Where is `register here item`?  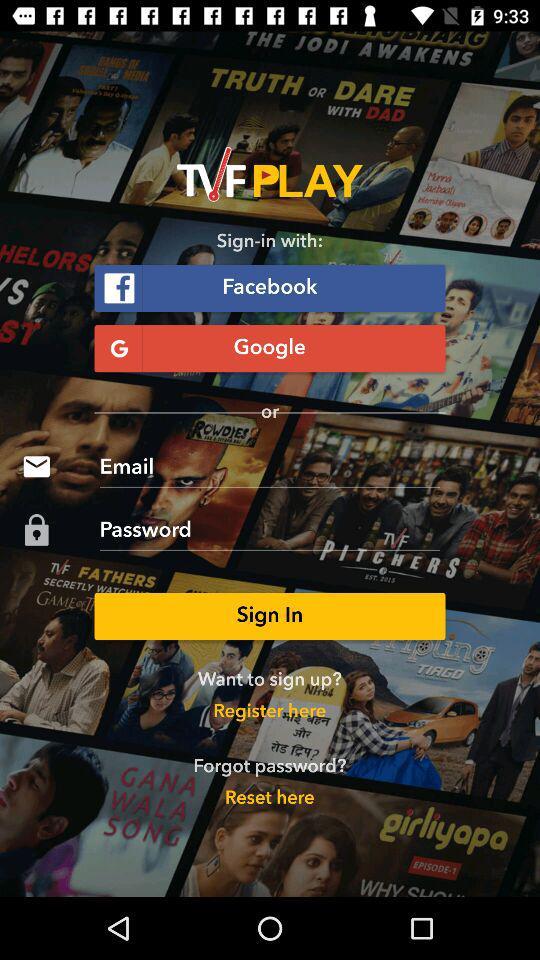 register here item is located at coordinates (269, 712).